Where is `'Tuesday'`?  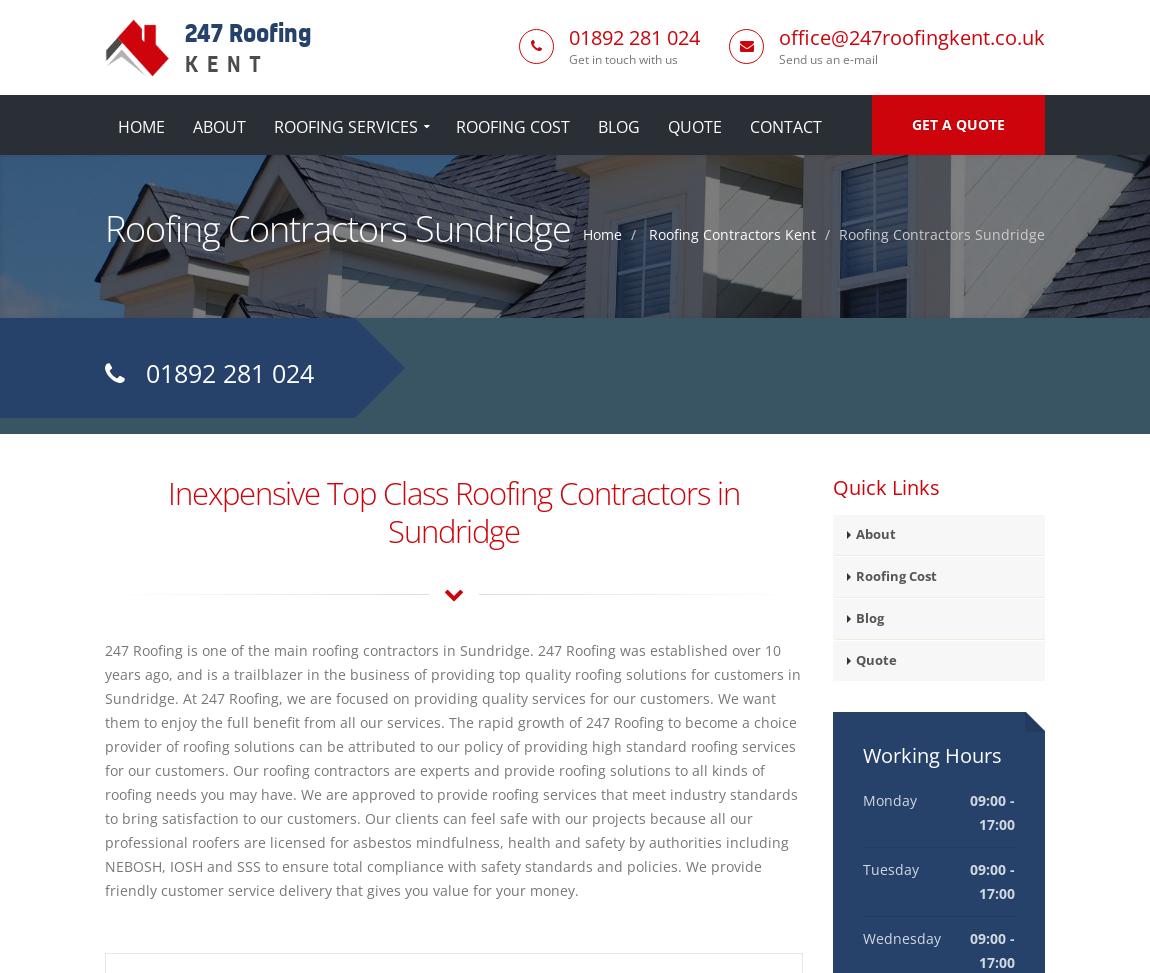
'Tuesday' is located at coordinates (889, 869).